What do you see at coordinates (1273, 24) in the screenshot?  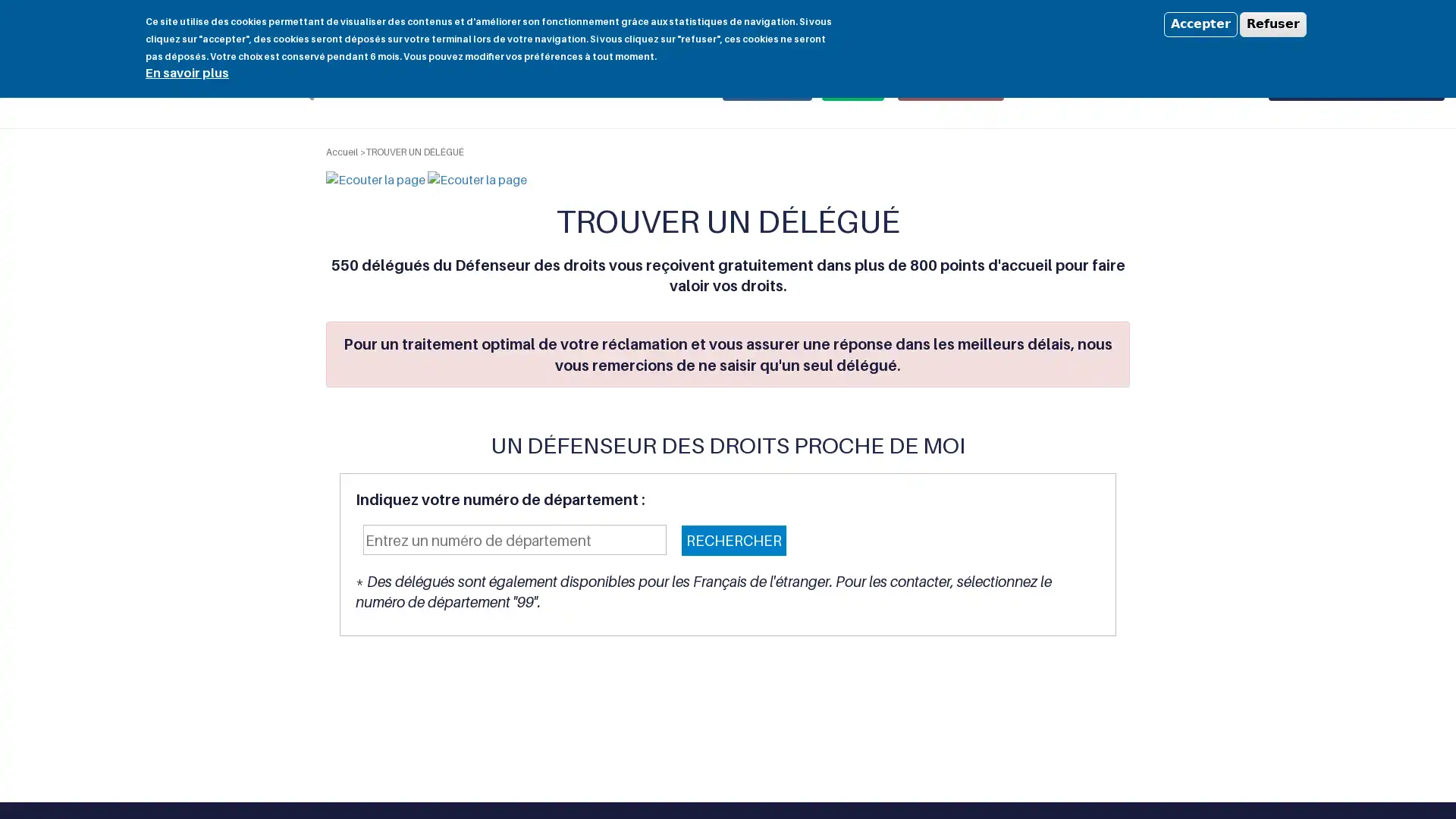 I see `Refuser` at bounding box center [1273, 24].